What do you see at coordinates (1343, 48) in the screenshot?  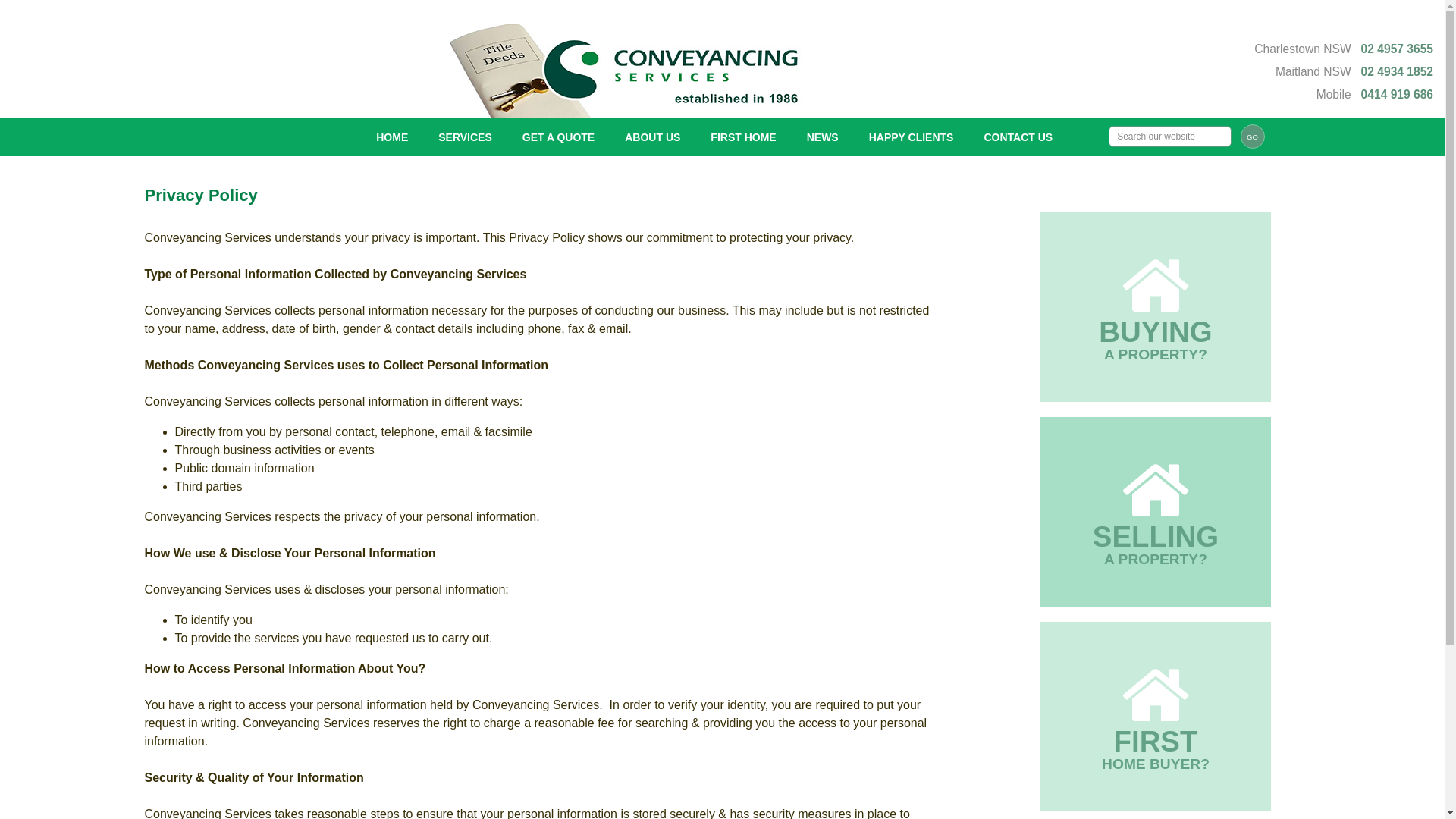 I see `'Charlestown NSW   02 4957 3655'` at bounding box center [1343, 48].